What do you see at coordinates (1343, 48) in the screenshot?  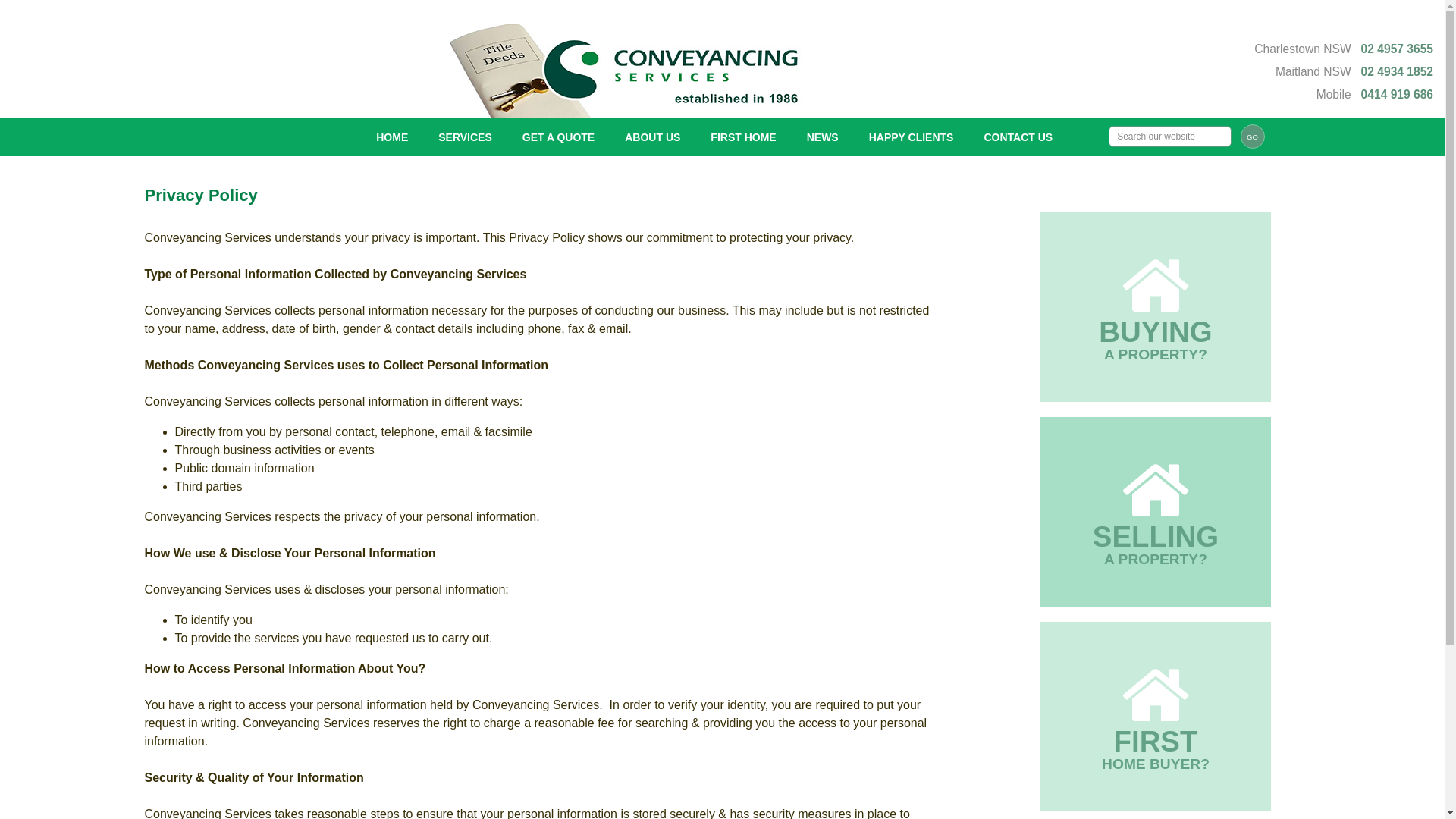 I see `'Charlestown NSW   02 4957 3655'` at bounding box center [1343, 48].